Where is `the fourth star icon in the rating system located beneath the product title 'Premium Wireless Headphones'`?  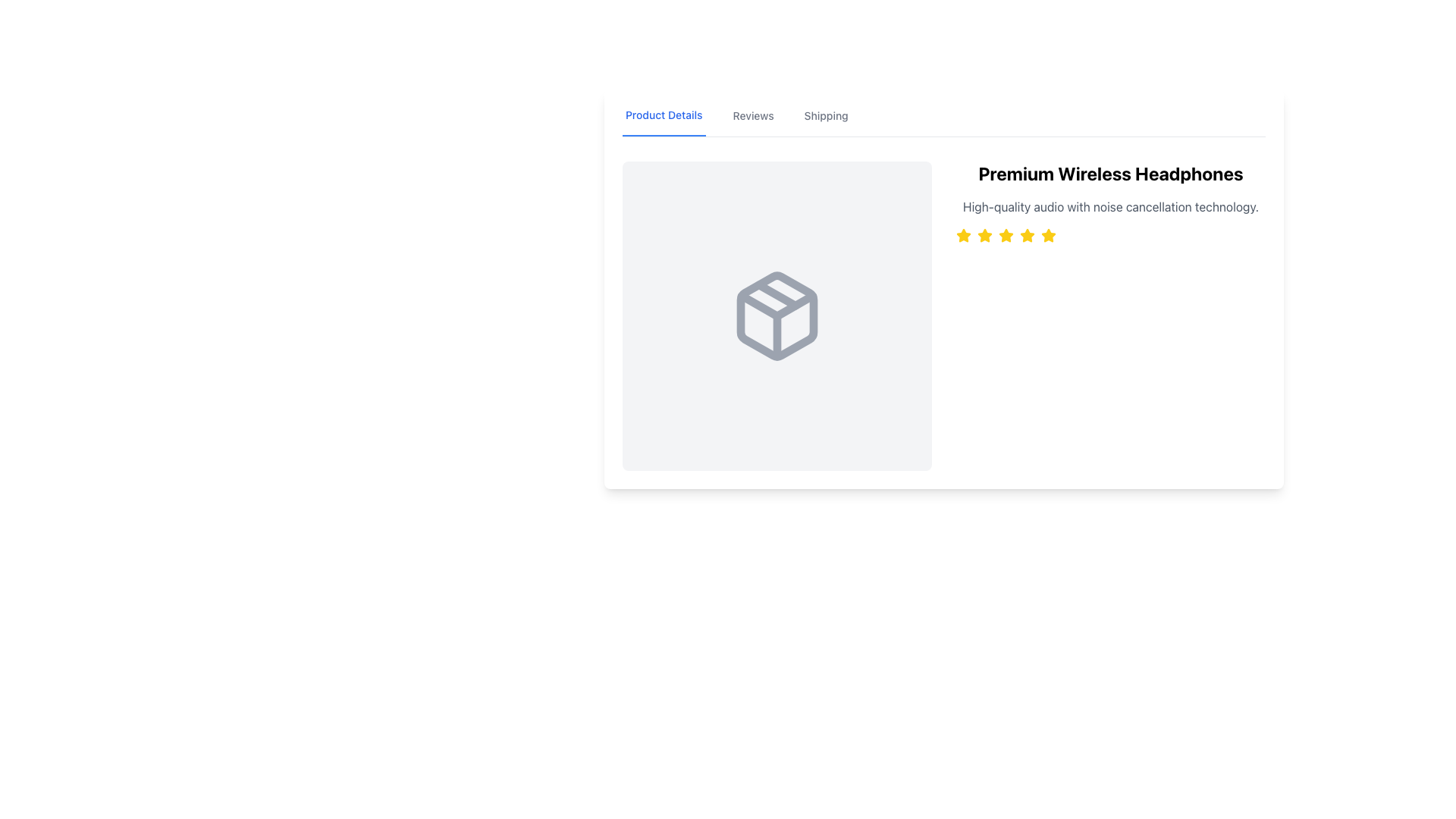
the fourth star icon in the rating system located beneath the product title 'Premium Wireless Headphones' is located at coordinates (1026, 234).